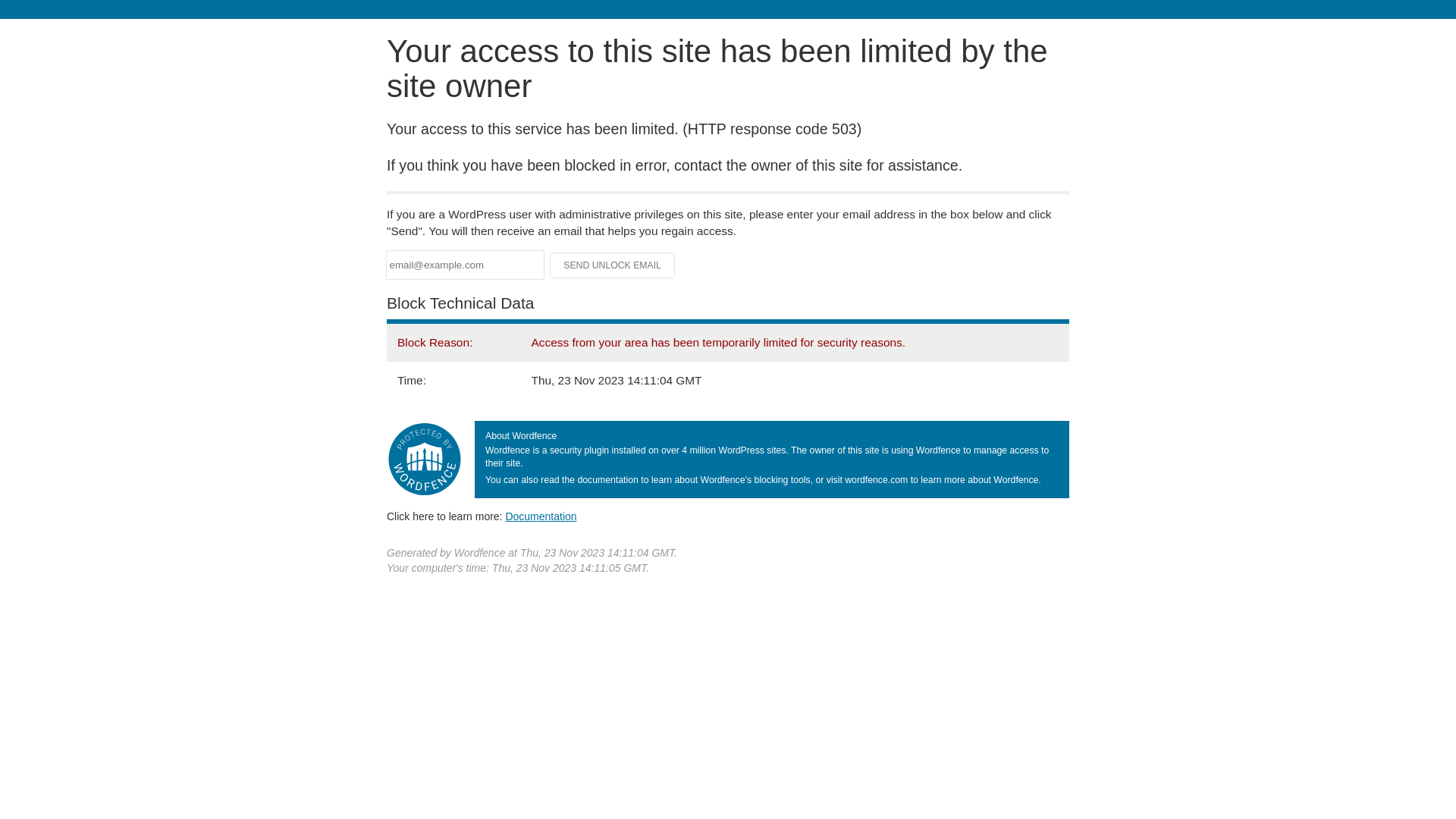 Image resolution: width=1456 pixels, height=819 pixels. Describe the element at coordinates (612, 265) in the screenshot. I see `'Send Unlock Email'` at that location.